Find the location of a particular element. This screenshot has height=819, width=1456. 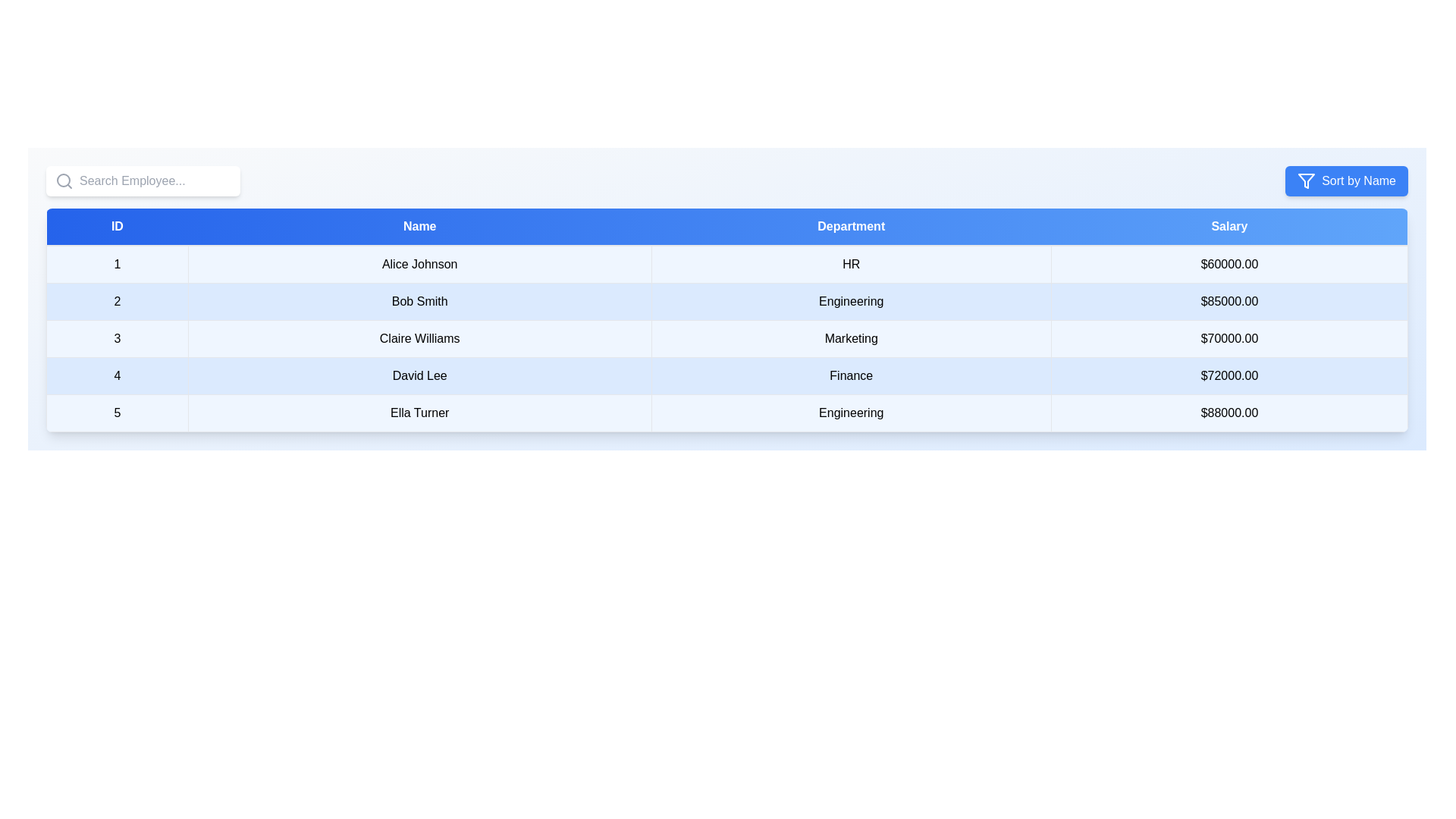

the table row for ID 4, which contains the name 'David Lee' is located at coordinates (726, 375).